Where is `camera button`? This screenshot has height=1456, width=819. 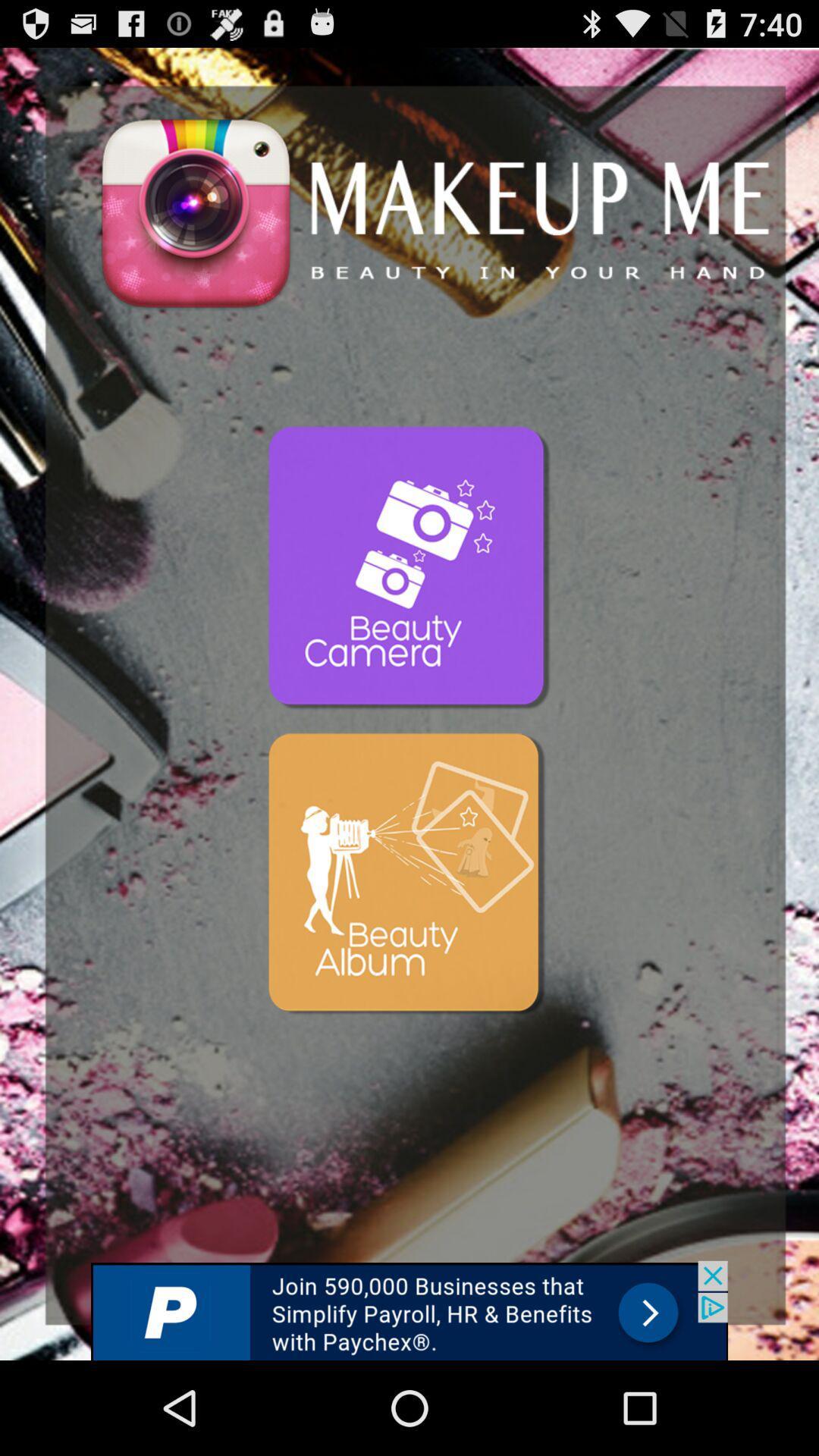
camera button is located at coordinates (409, 568).